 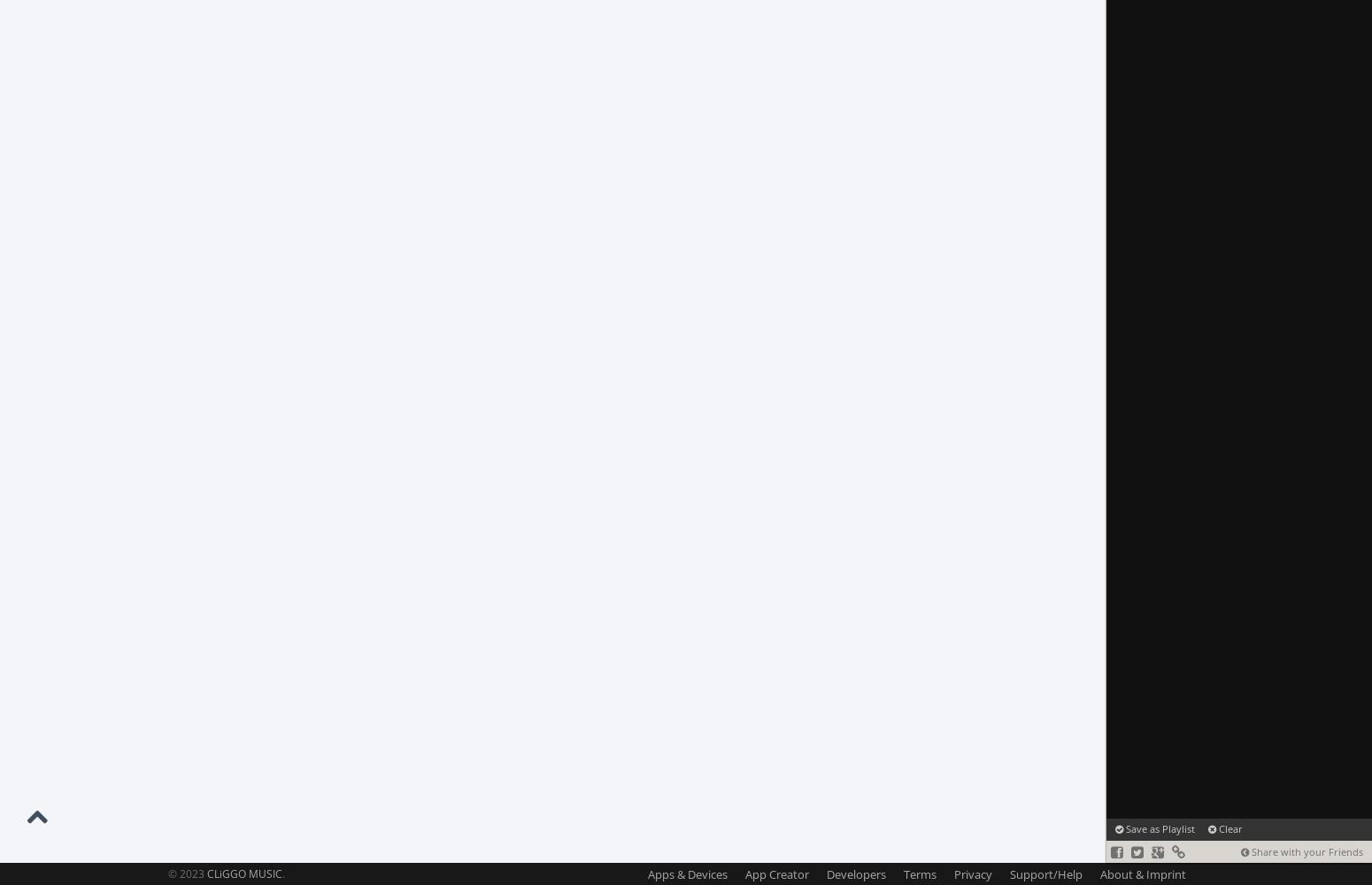 I want to click on 'Share with your Friends', so click(x=1306, y=850).